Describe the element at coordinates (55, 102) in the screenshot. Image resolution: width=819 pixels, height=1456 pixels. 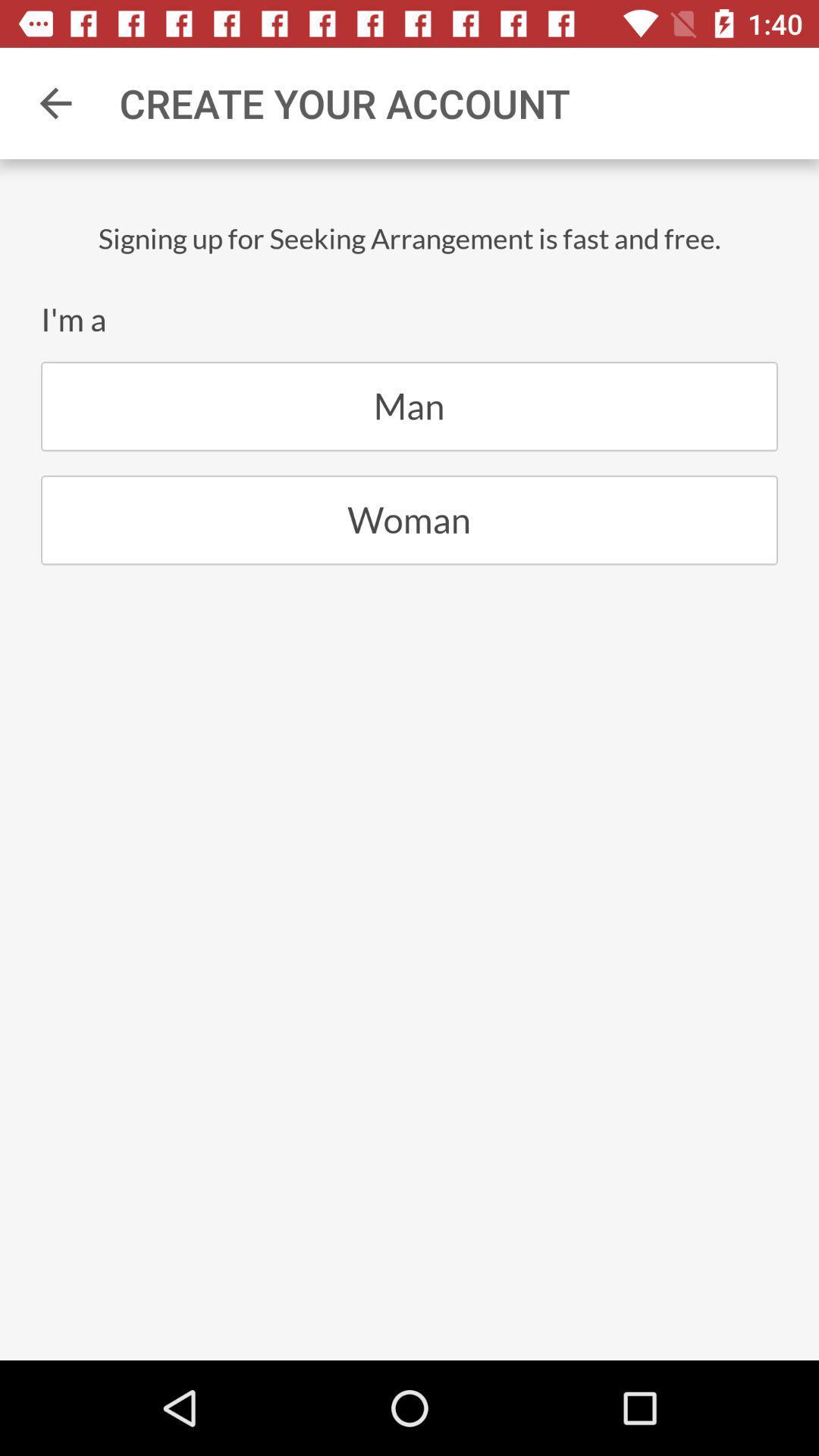
I see `app next to create your account` at that location.